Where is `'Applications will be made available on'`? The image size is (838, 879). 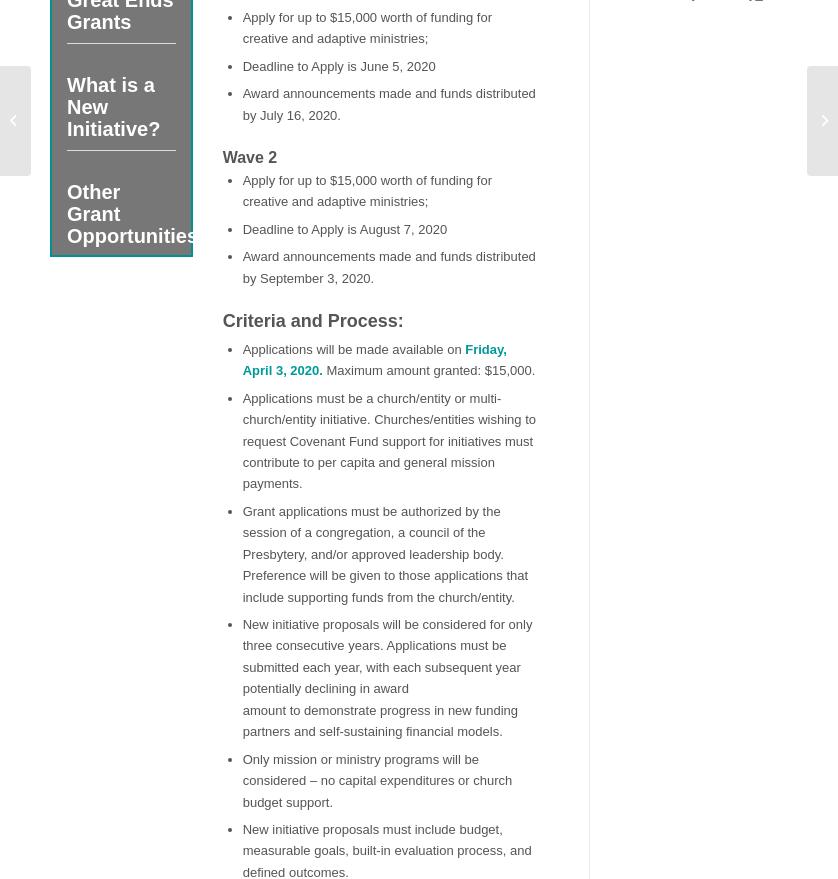 'Applications will be made available on' is located at coordinates (241, 347).